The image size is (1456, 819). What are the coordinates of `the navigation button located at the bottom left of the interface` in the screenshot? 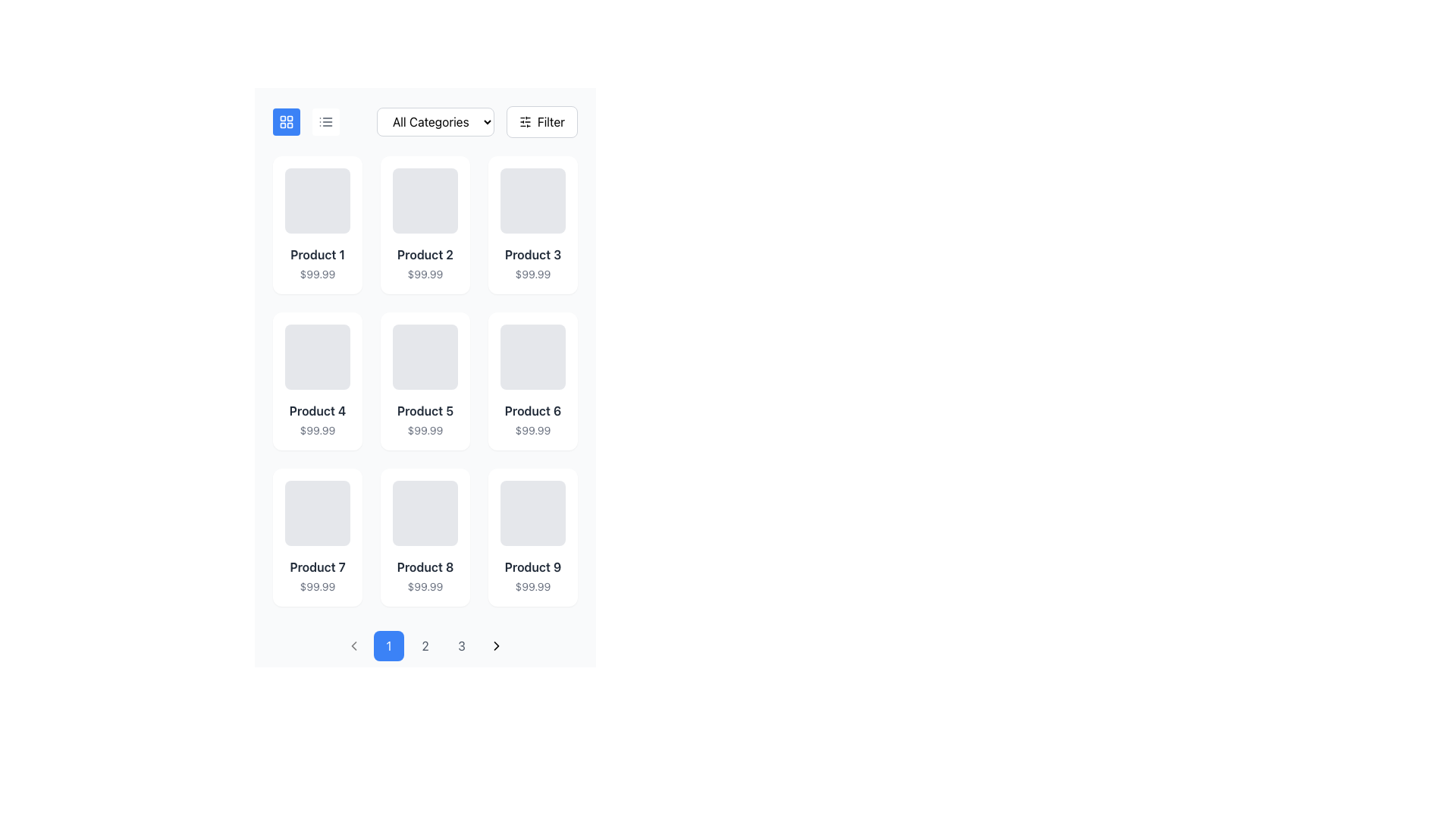 It's located at (353, 646).